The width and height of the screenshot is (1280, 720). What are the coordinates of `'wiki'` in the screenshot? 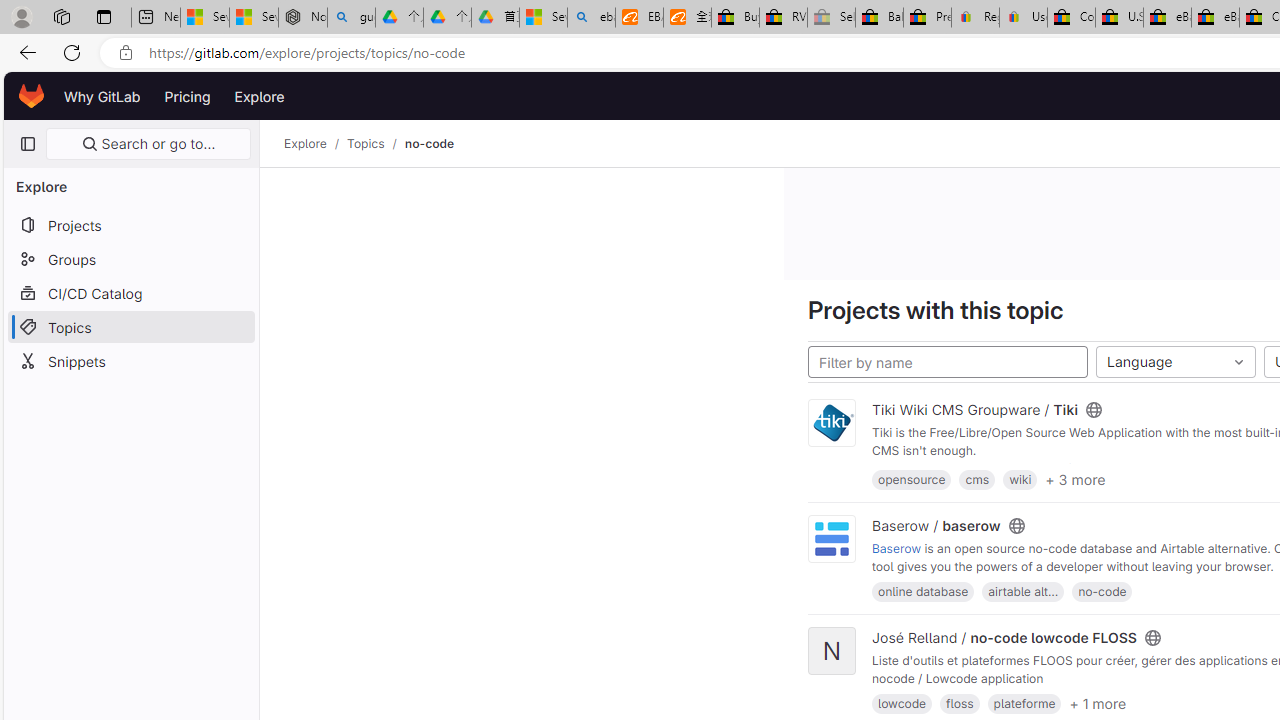 It's located at (1020, 479).